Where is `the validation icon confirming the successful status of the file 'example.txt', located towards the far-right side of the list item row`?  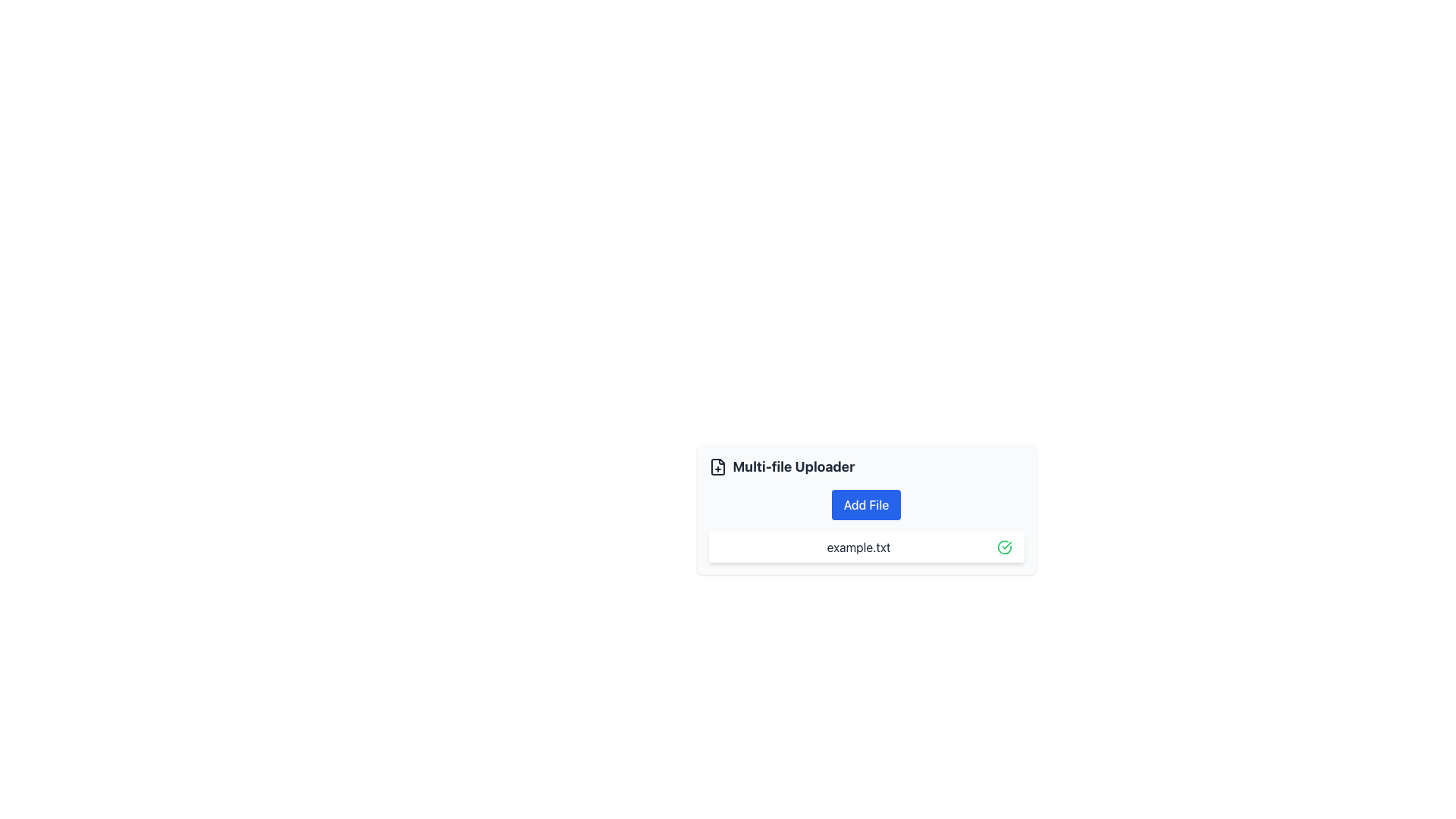
the validation icon confirming the successful status of the file 'example.txt', located towards the far-right side of the list item row is located at coordinates (1004, 547).